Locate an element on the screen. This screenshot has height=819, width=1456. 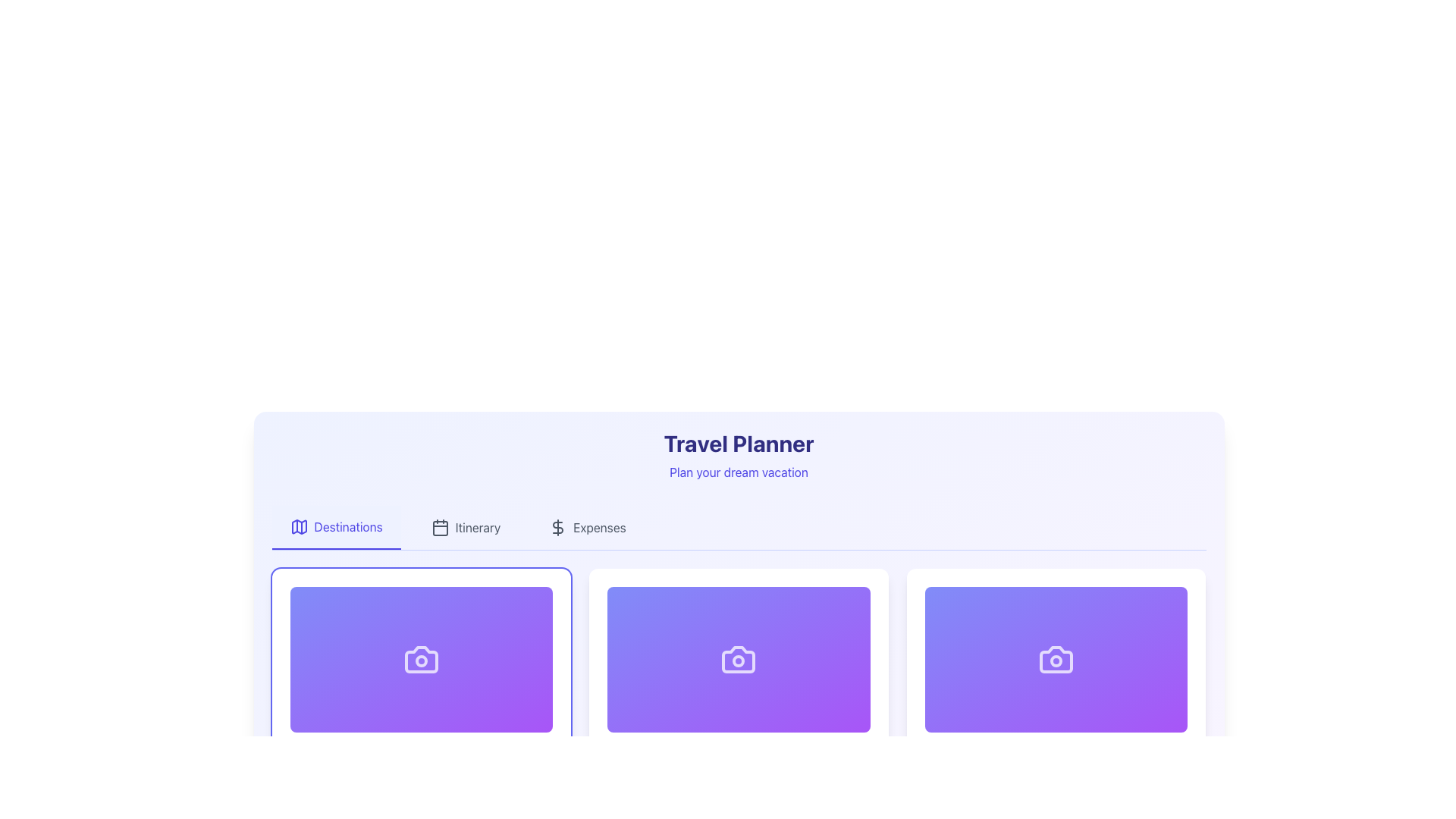
the 'Expenses' button, which features a dollar sign icon and is the third item in the horizontal navigation bar is located at coordinates (586, 526).